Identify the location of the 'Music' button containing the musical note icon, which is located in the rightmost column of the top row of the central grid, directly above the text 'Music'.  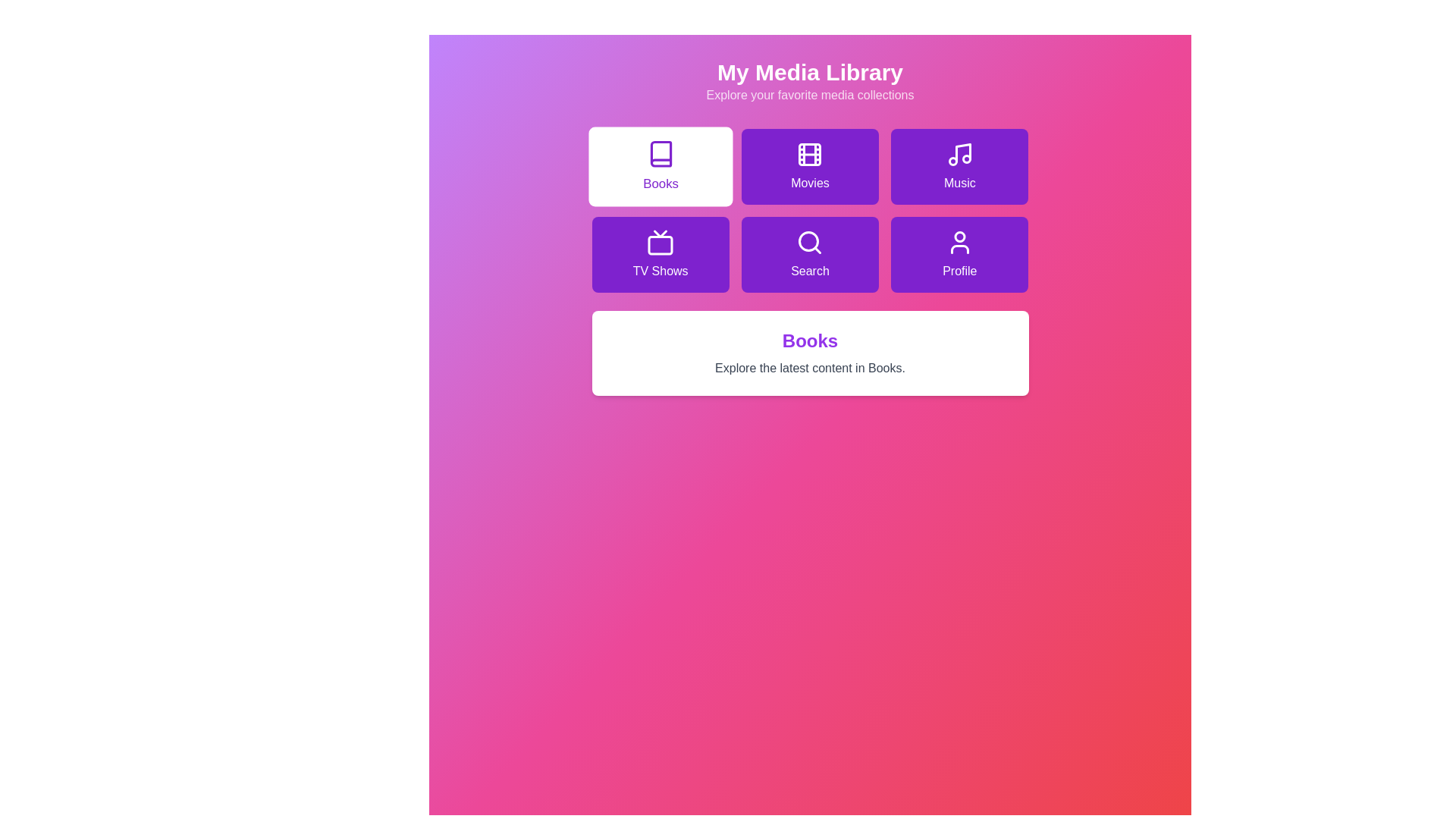
(959, 155).